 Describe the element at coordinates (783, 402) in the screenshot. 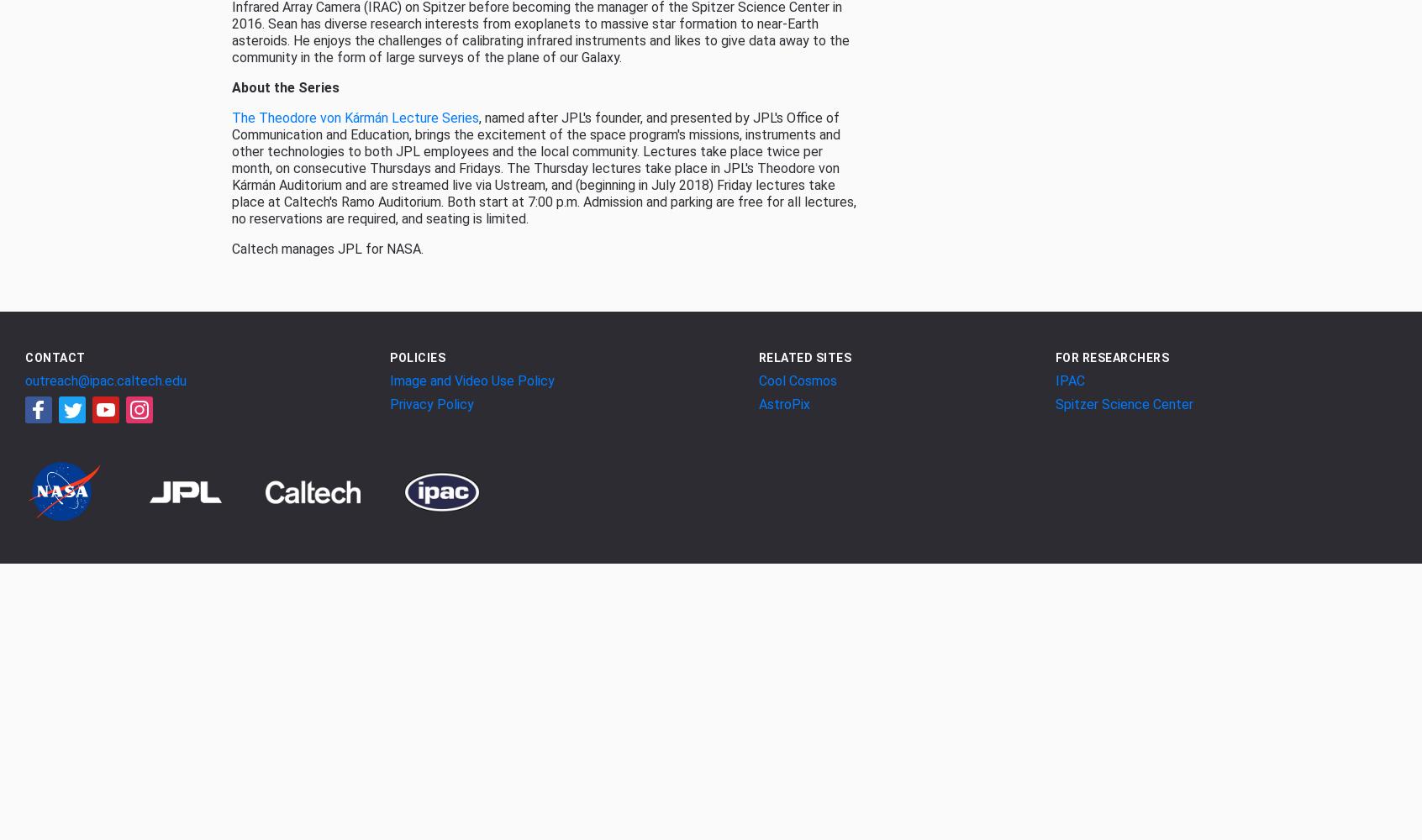

I see `'AstroPix'` at that location.